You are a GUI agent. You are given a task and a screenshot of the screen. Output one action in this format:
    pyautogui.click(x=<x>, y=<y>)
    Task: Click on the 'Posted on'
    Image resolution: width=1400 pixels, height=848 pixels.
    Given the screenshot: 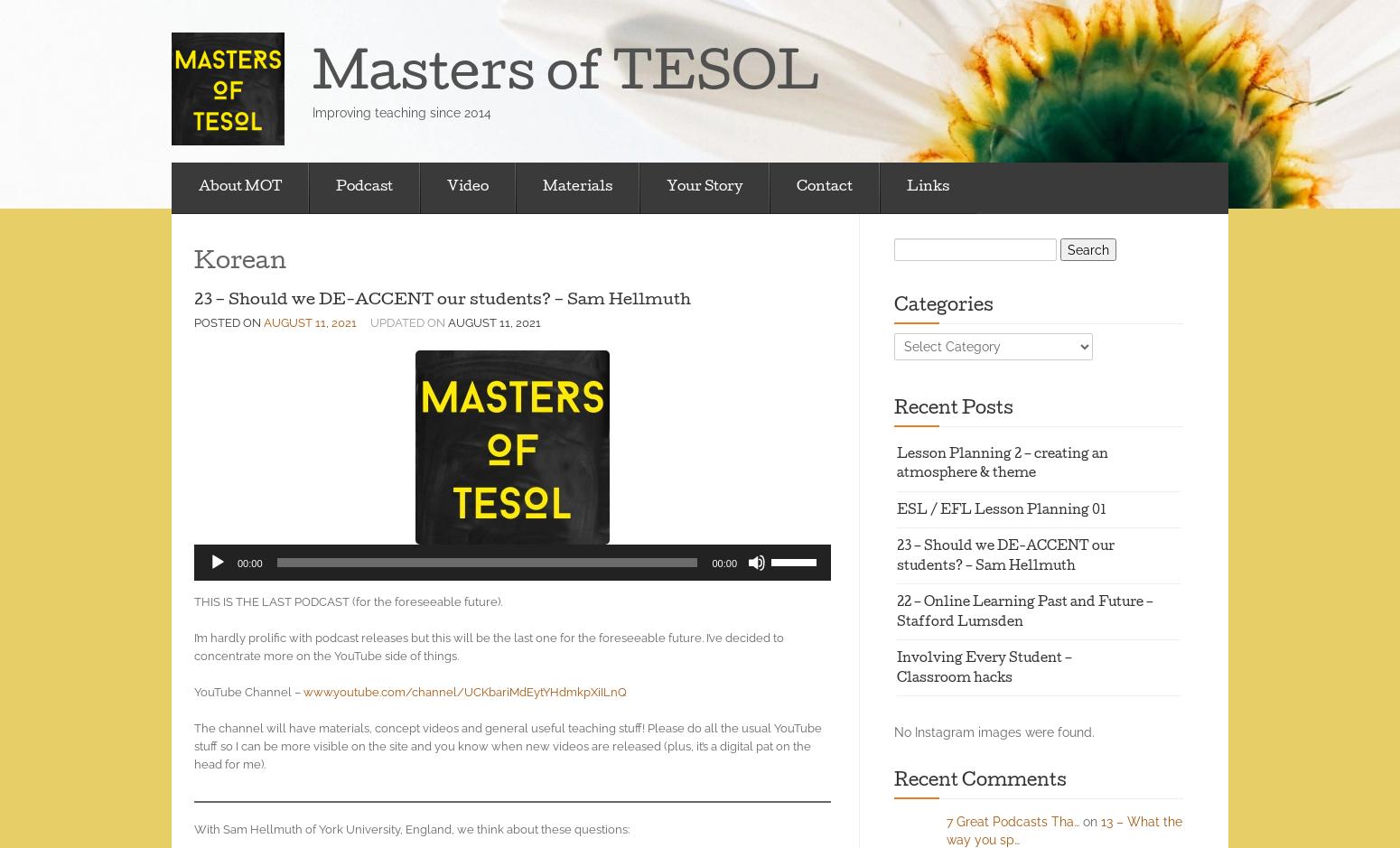 What is the action you would take?
    pyautogui.click(x=229, y=321)
    